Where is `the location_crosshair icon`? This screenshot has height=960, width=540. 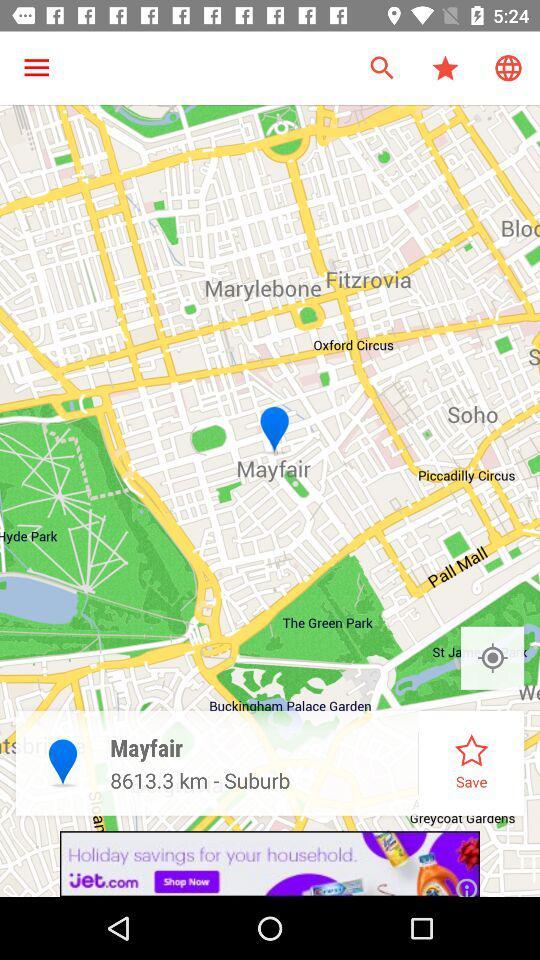 the location_crosshair icon is located at coordinates (491, 657).